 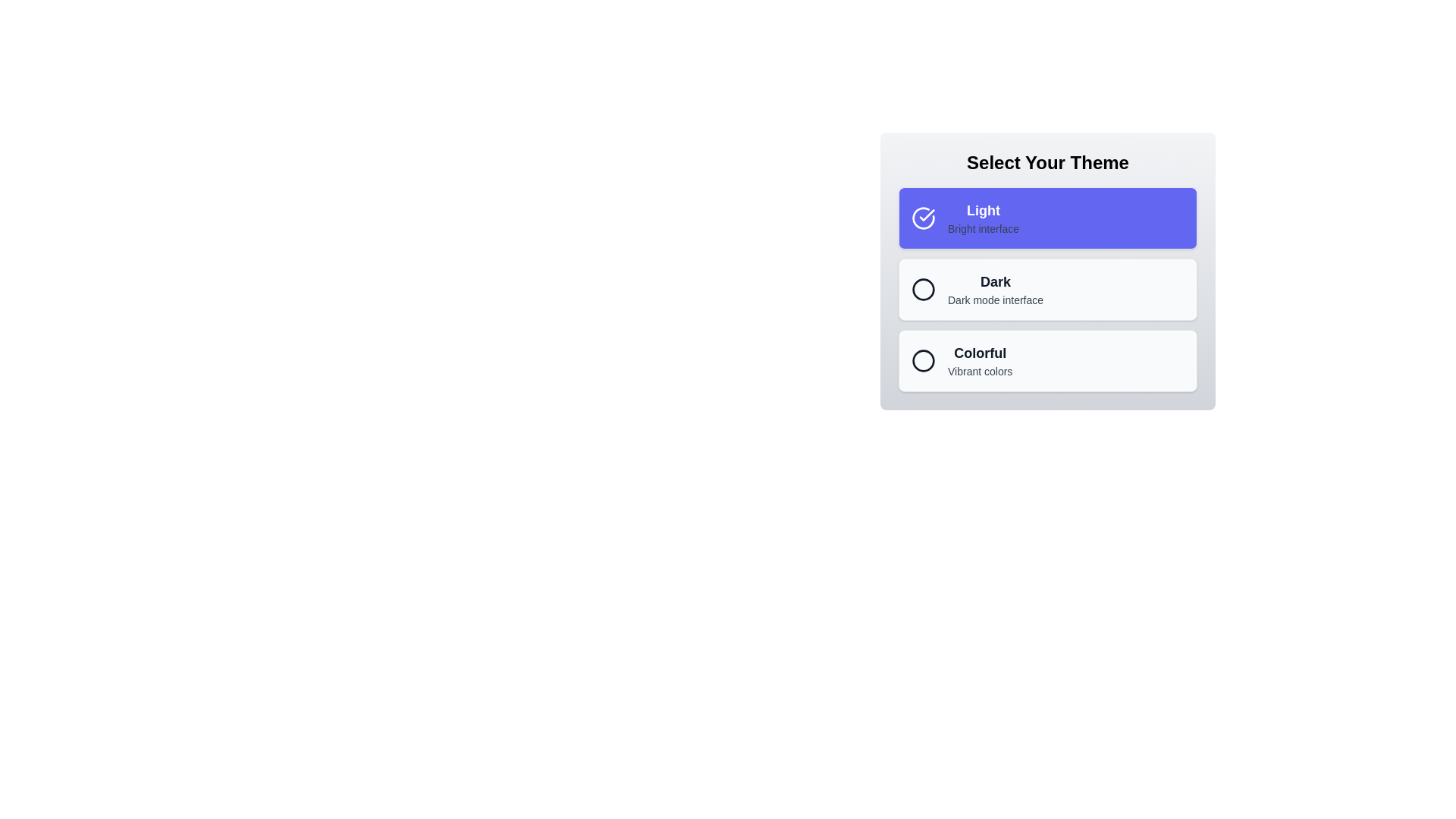 I want to click on the button corresponding to the theme Light, so click(x=1047, y=218).